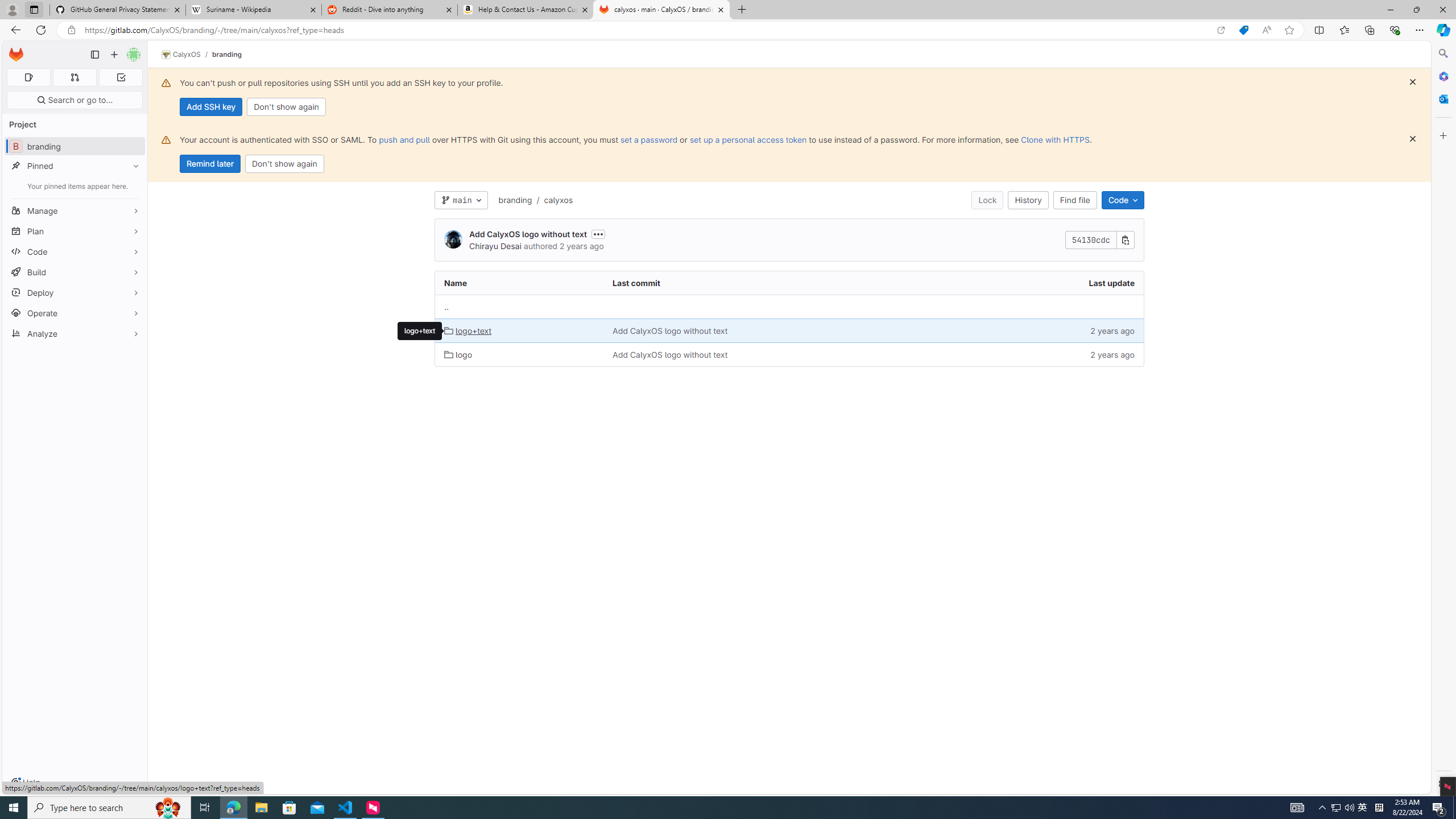 This screenshot has width=1456, height=819. Describe the element at coordinates (1075, 200) in the screenshot. I see `'Find file'` at that location.